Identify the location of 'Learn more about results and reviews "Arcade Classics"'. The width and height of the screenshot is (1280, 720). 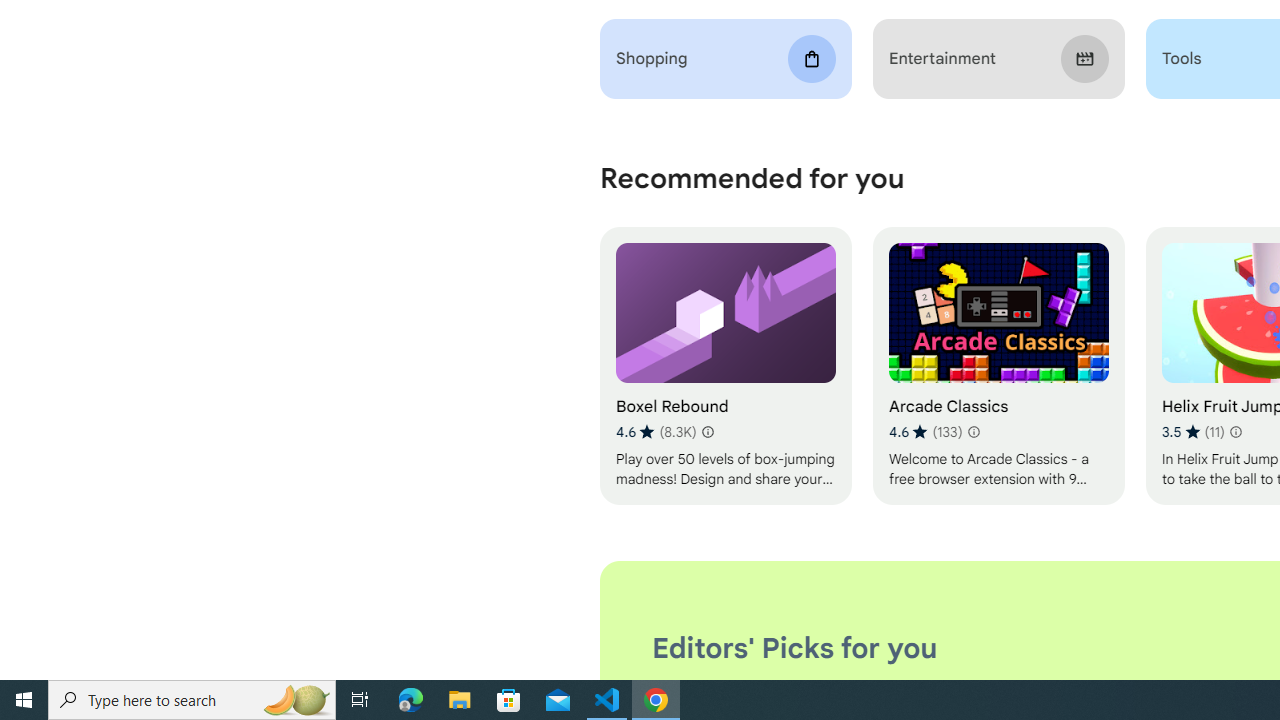
(972, 431).